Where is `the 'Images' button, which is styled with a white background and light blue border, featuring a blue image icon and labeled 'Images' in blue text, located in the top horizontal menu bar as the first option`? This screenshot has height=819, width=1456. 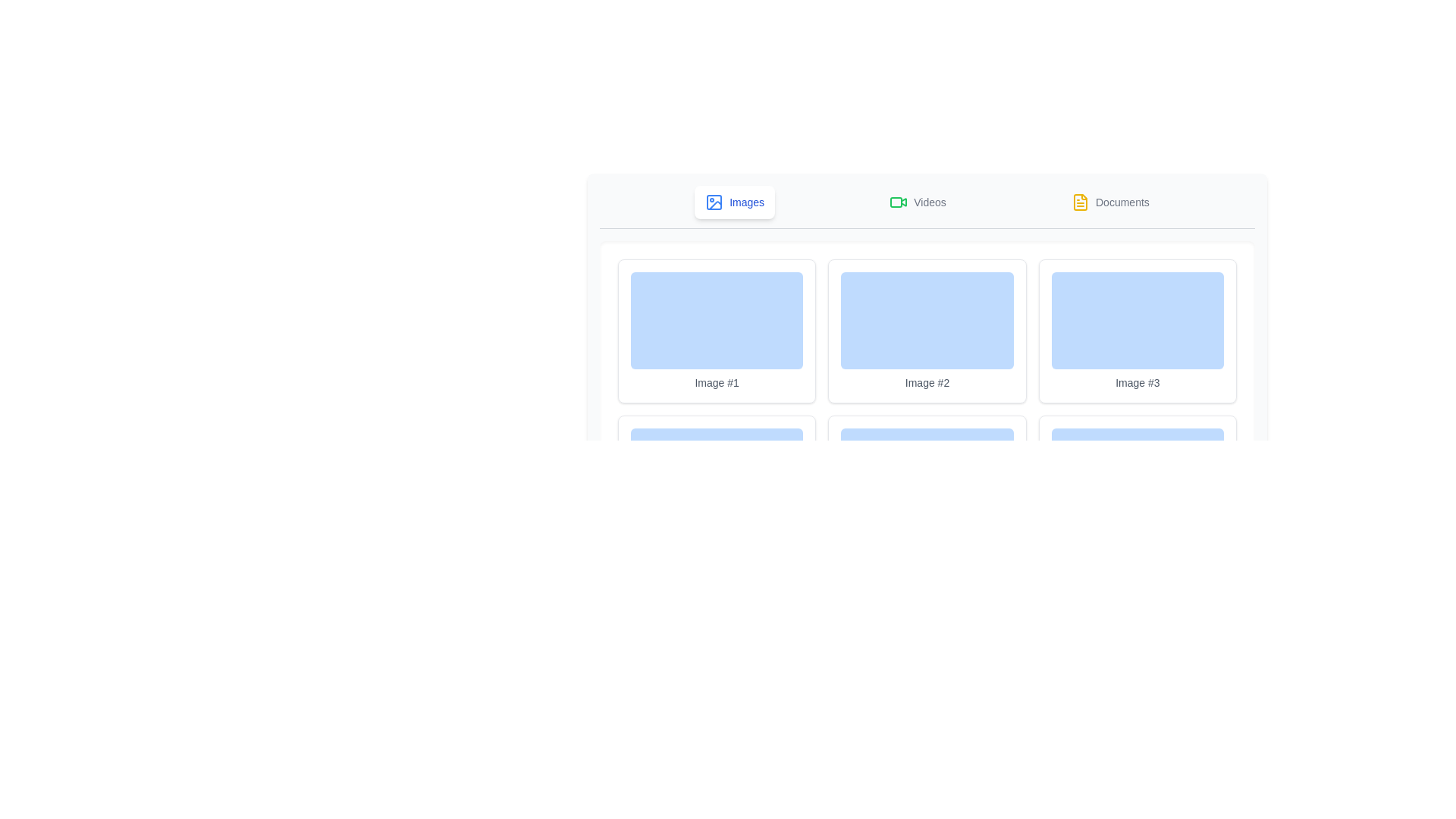
the 'Images' button, which is styled with a white background and light blue border, featuring a blue image icon and labeled 'Images' in blue text, located in the top horizontal menu bar as the first option is located at coordinates (735, 201).